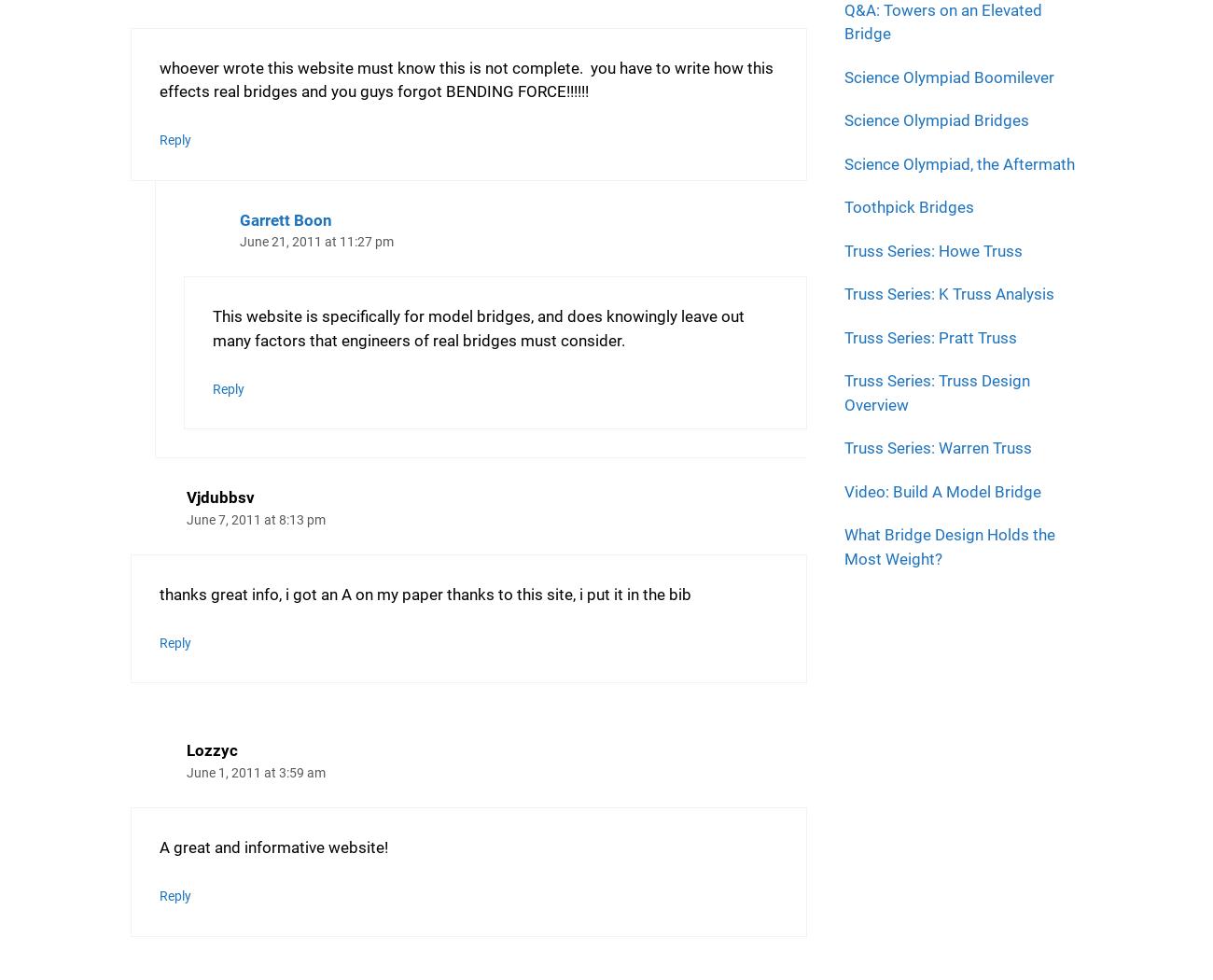 The height and width of the screenshot is (980, 1213). Describe the element at coordinates (425, 593) in the screenshot. I see `'thanks great info, i got an A on my paper thanks to this site, i put it in the bib'` at that location.